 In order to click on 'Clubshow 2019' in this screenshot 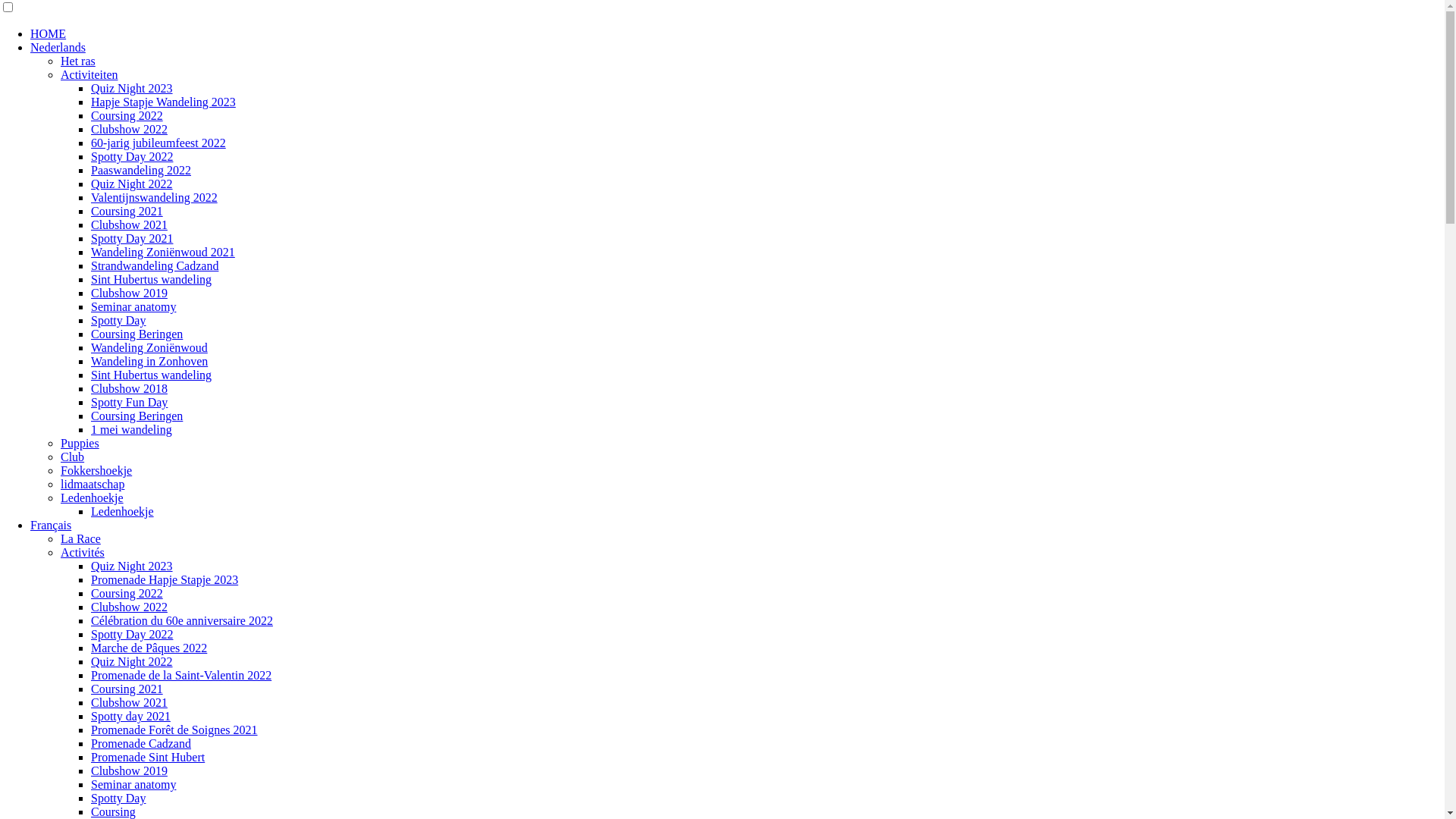, I will do `click(129, 293)`.